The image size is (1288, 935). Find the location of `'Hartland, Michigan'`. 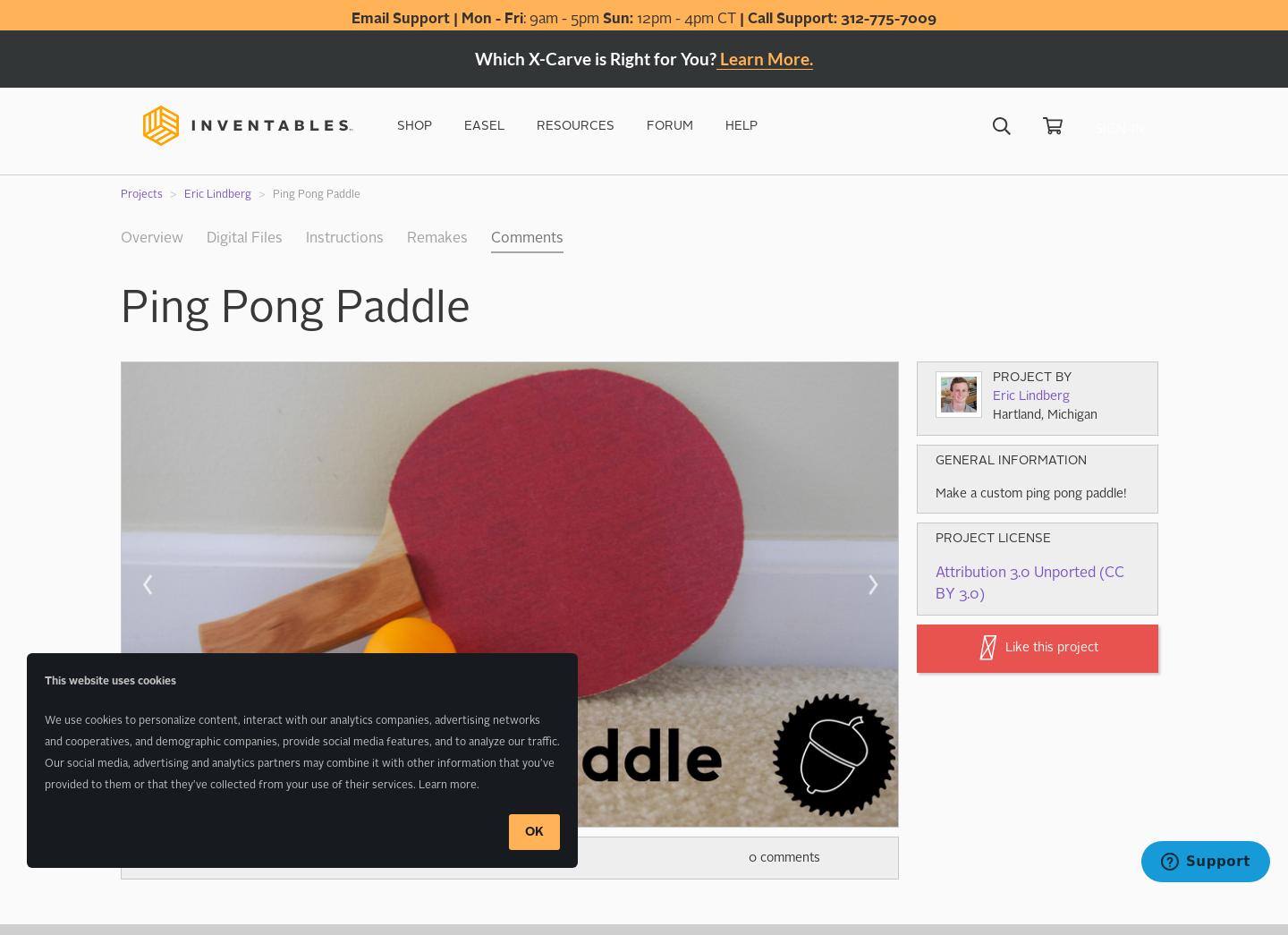

'Hartland, Michigan' is located at coordinates (1045, 414).